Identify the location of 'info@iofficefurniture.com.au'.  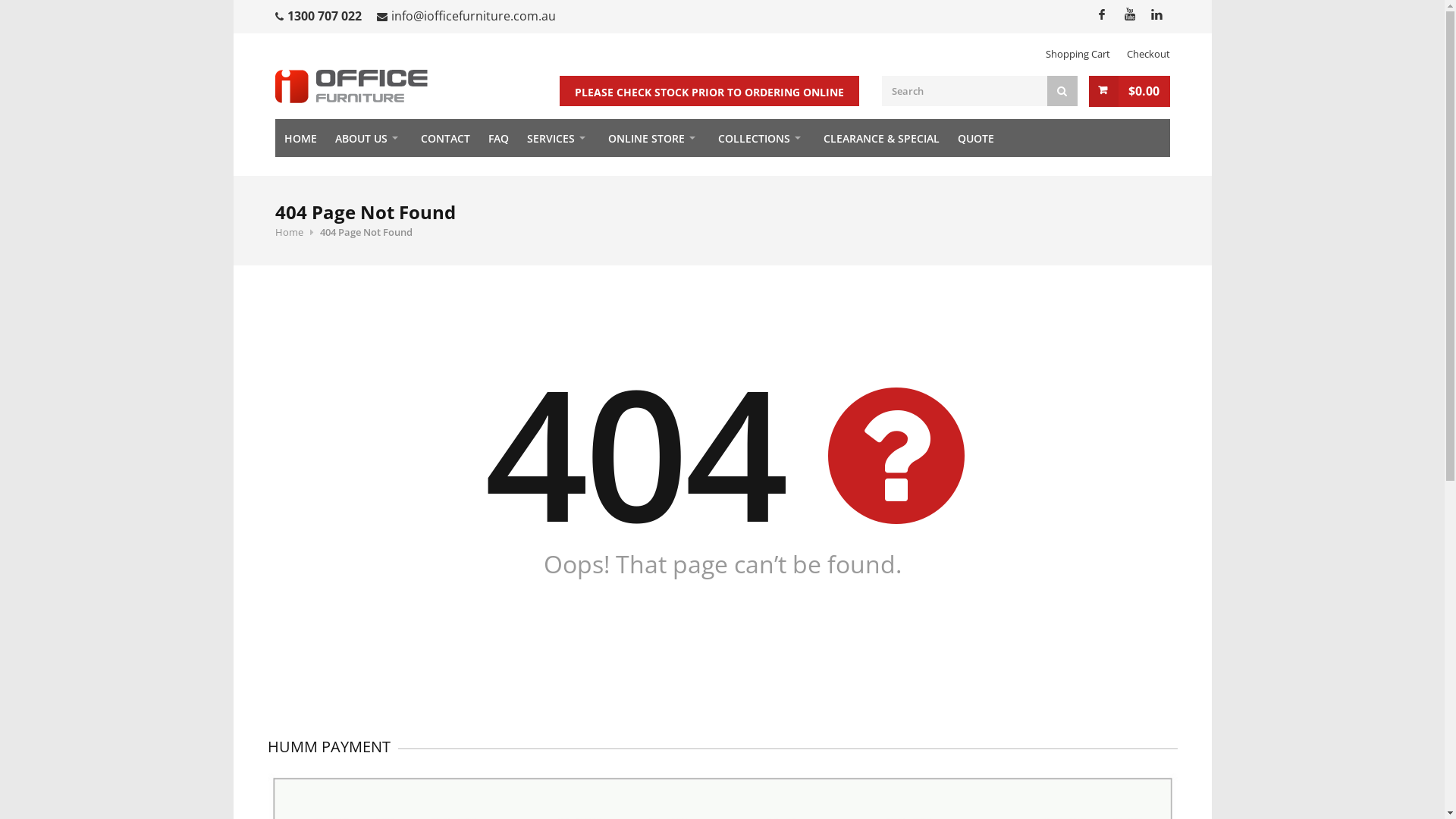
(472, 15).